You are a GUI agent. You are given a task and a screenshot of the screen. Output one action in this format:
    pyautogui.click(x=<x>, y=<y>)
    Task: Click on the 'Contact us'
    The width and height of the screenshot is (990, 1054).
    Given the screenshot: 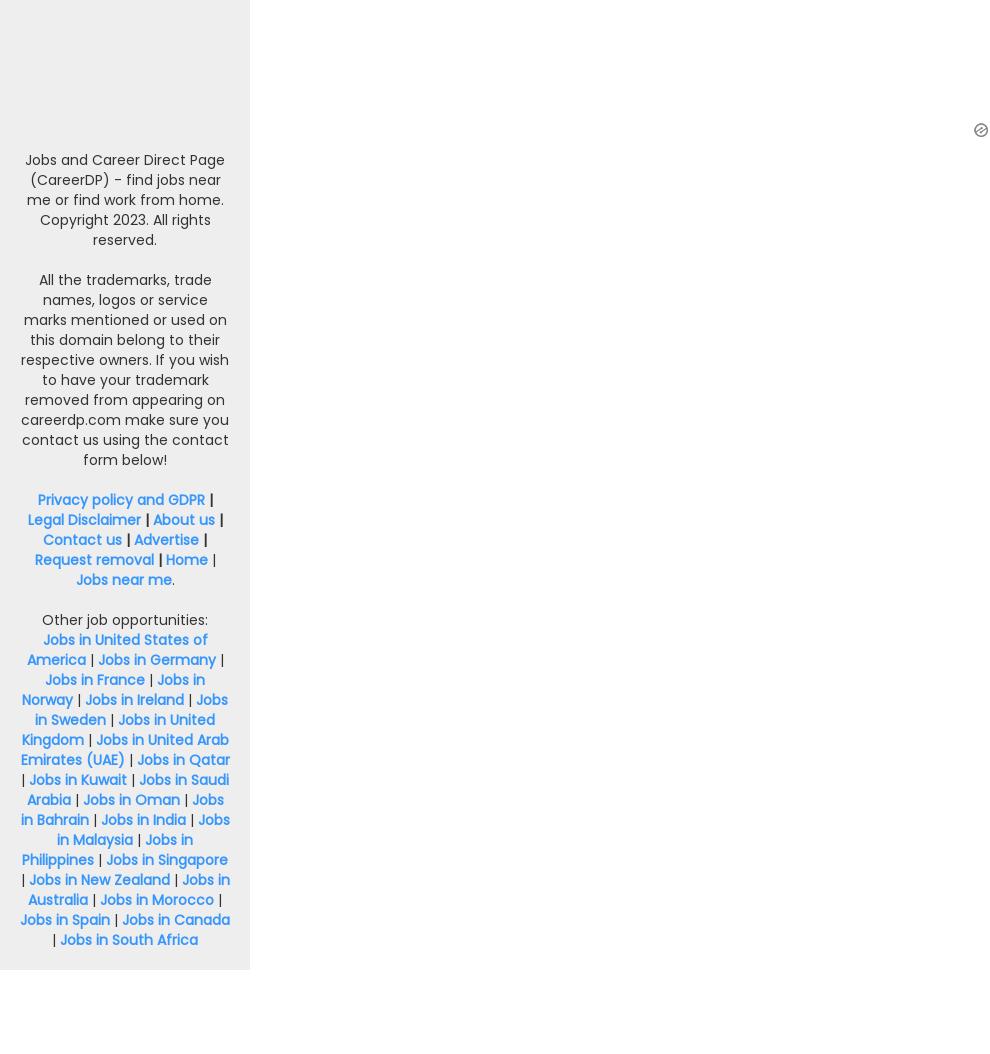 What is the action you would take?
    pyautogui.click(x=82, y=539)
    